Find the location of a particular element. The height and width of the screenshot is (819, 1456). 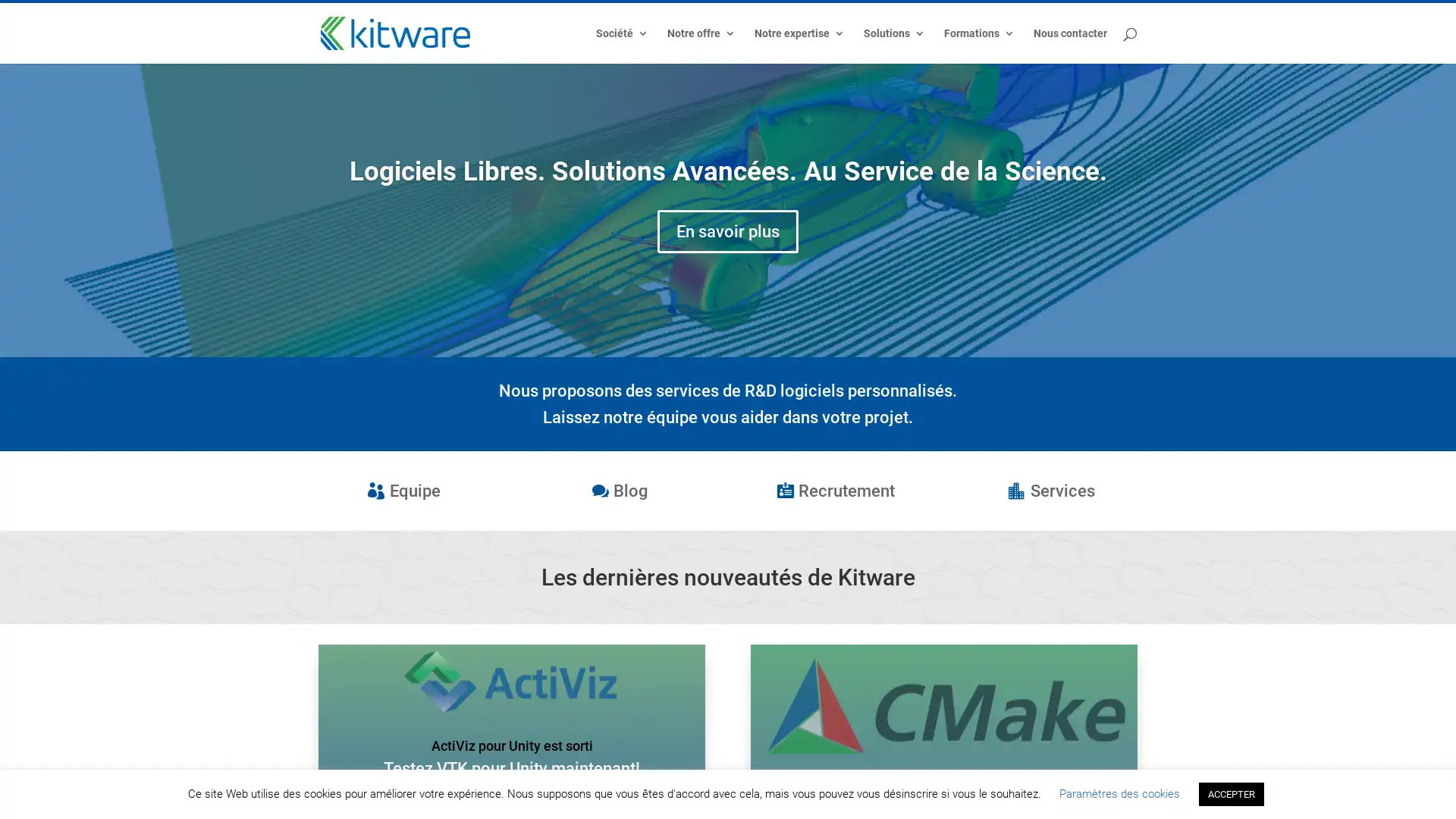

Parametres des cookies is located at coordinates (1119, 792).